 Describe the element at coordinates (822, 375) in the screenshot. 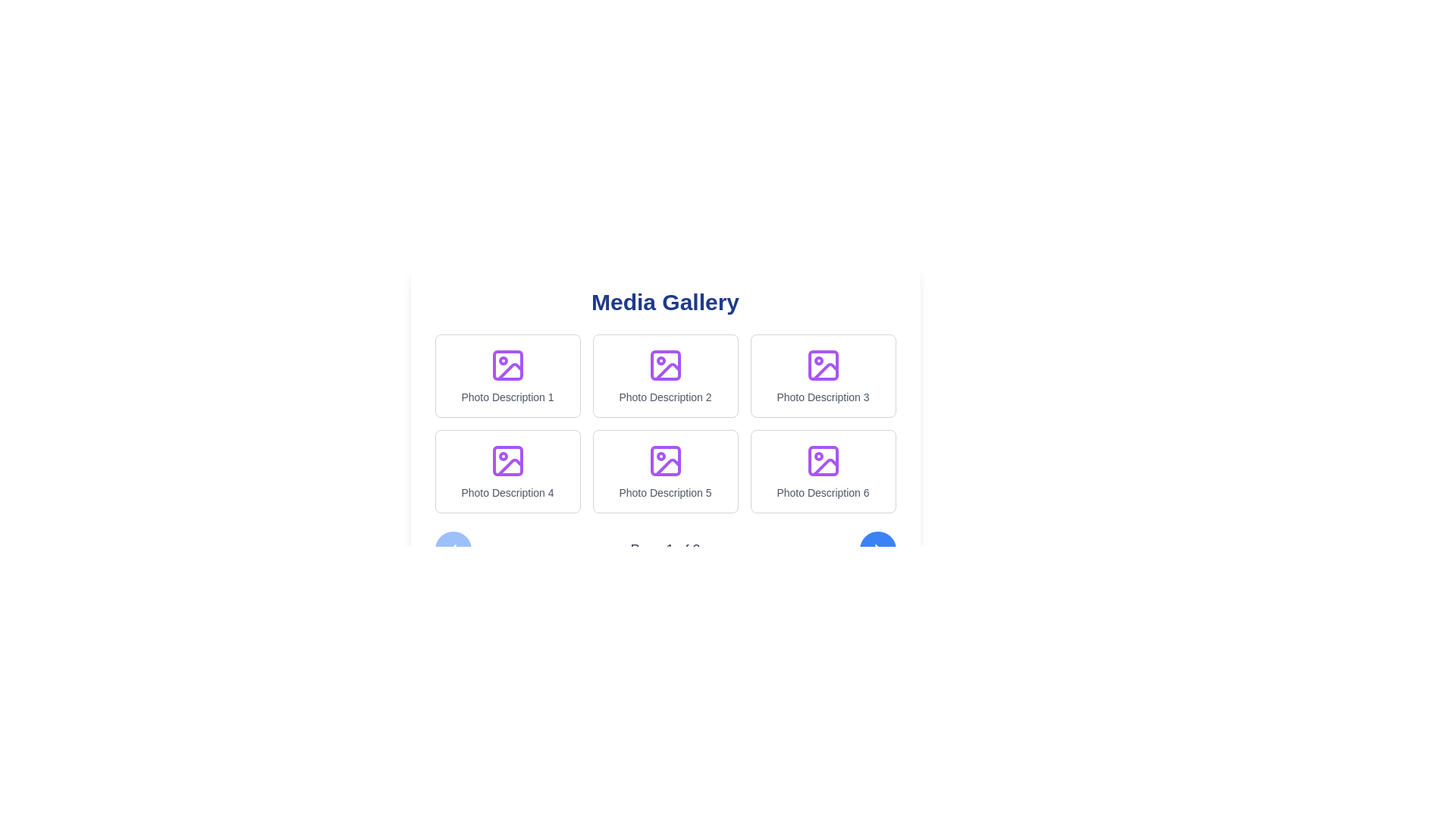

I see `the third card displaying photo information in the gallery view, located at the far-right position in the first row` at that location.